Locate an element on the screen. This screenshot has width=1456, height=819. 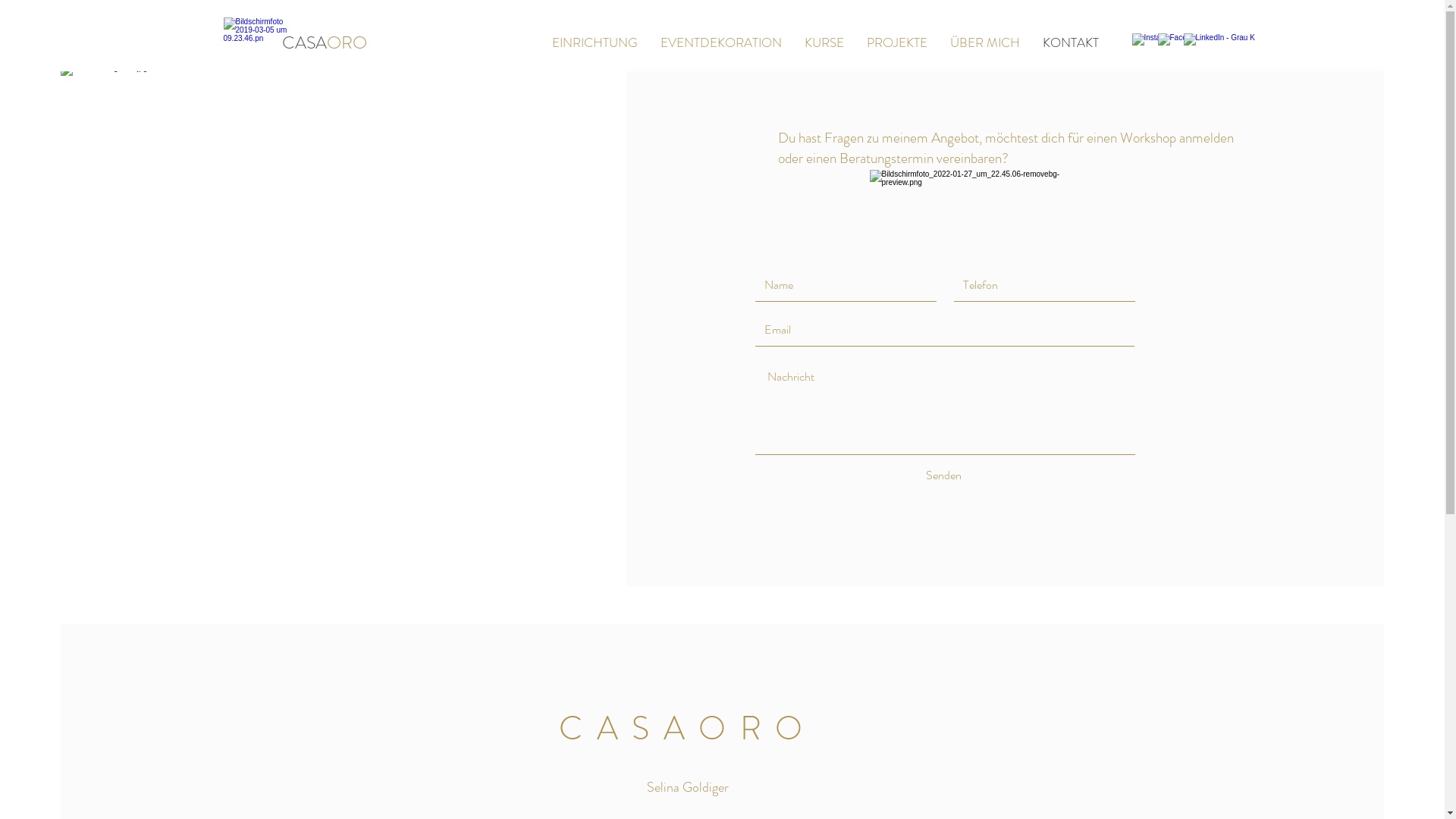
'KURSE' is located at coordinates (823, 42).